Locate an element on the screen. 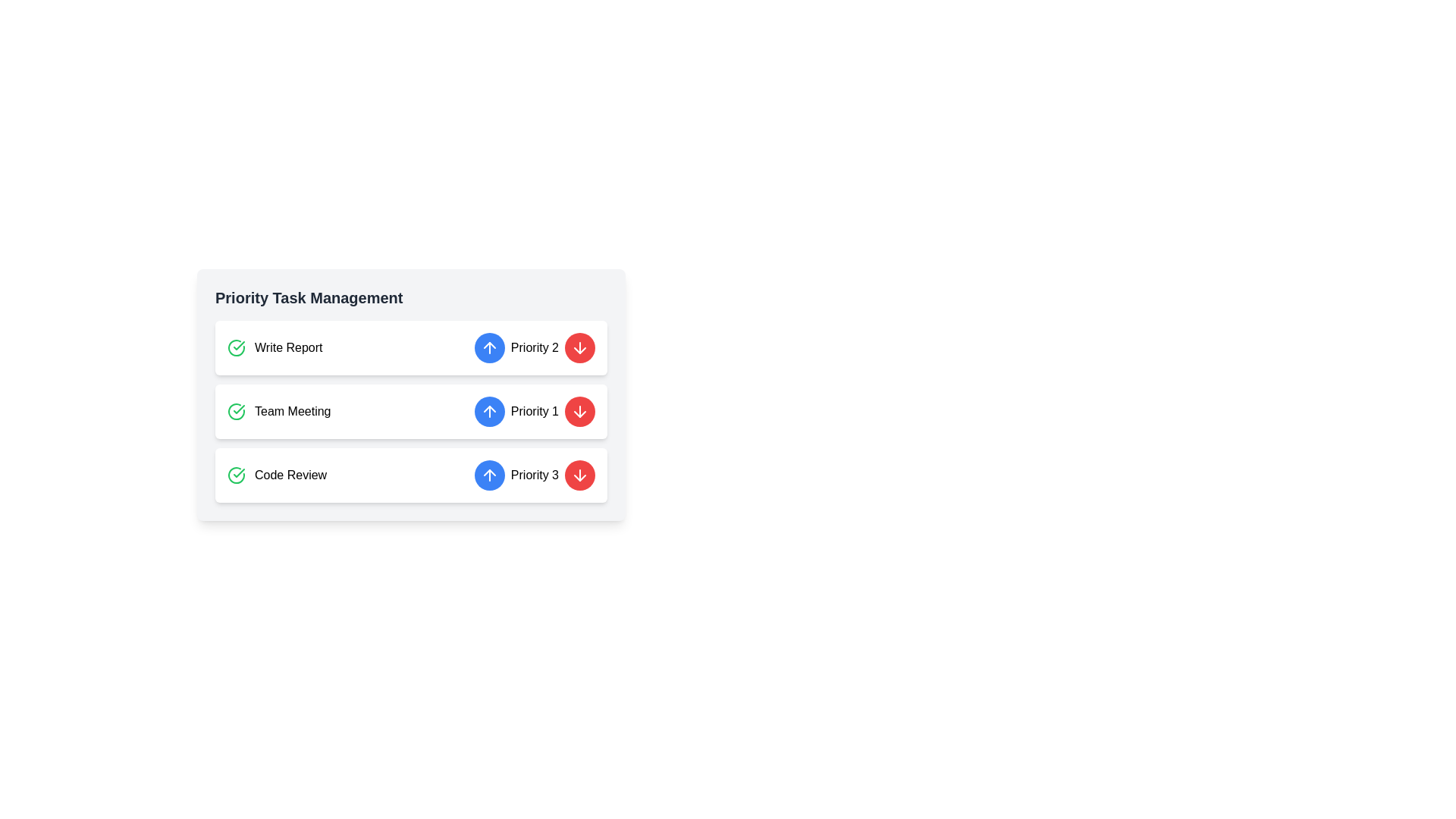 The height and width of the screenshot is (819, 1456). the control button located to the right of the 'Priority 3' label to lower the priority of the associated item is located at coordinates (579, 475).